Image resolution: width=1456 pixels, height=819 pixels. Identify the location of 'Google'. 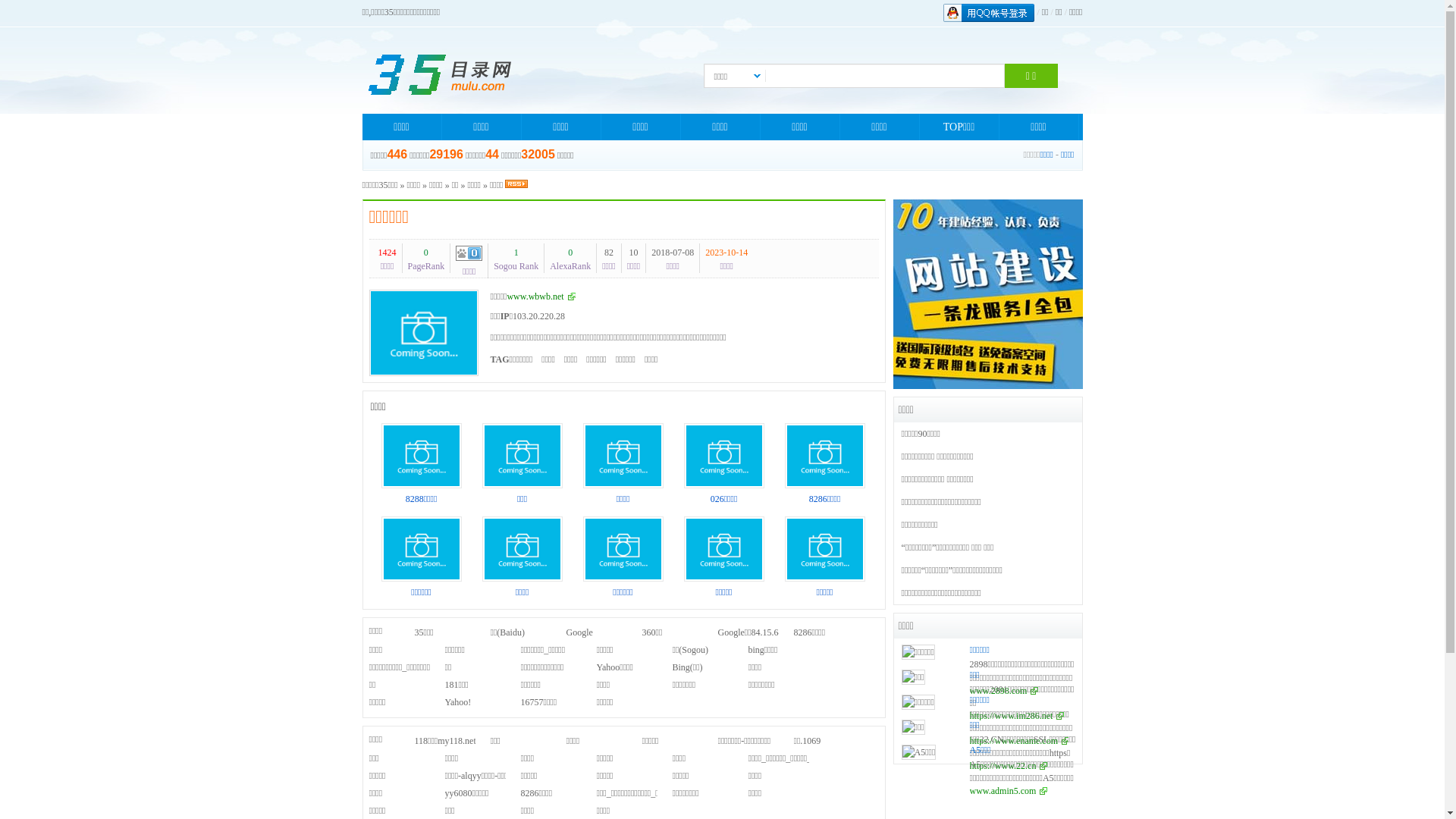
(578, 632).